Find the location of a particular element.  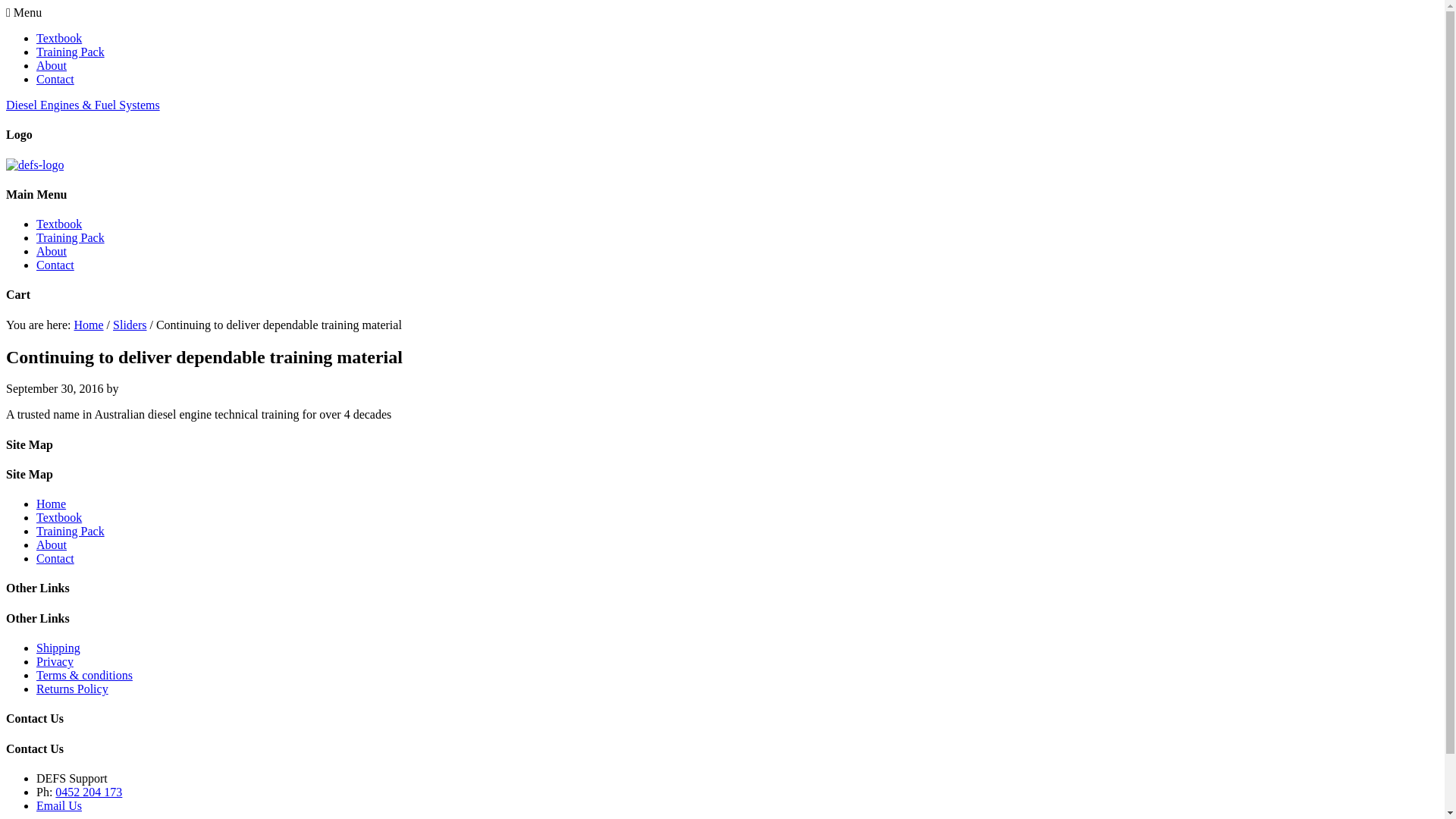

'Home' is located at coordinates (51, 504).